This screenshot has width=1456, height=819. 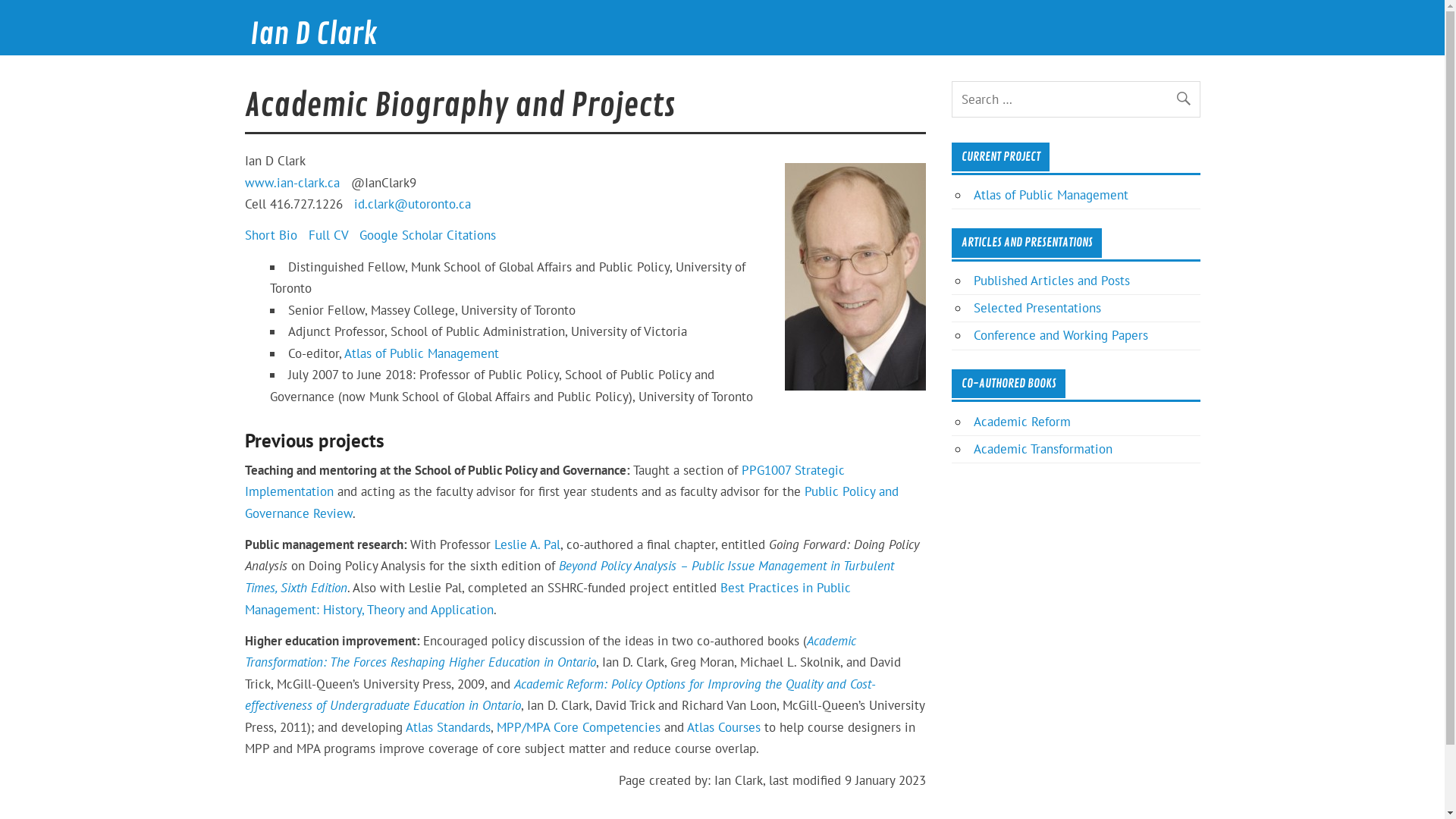 I want to click on 'Selected Presentations', so click(x=1037, y=307).